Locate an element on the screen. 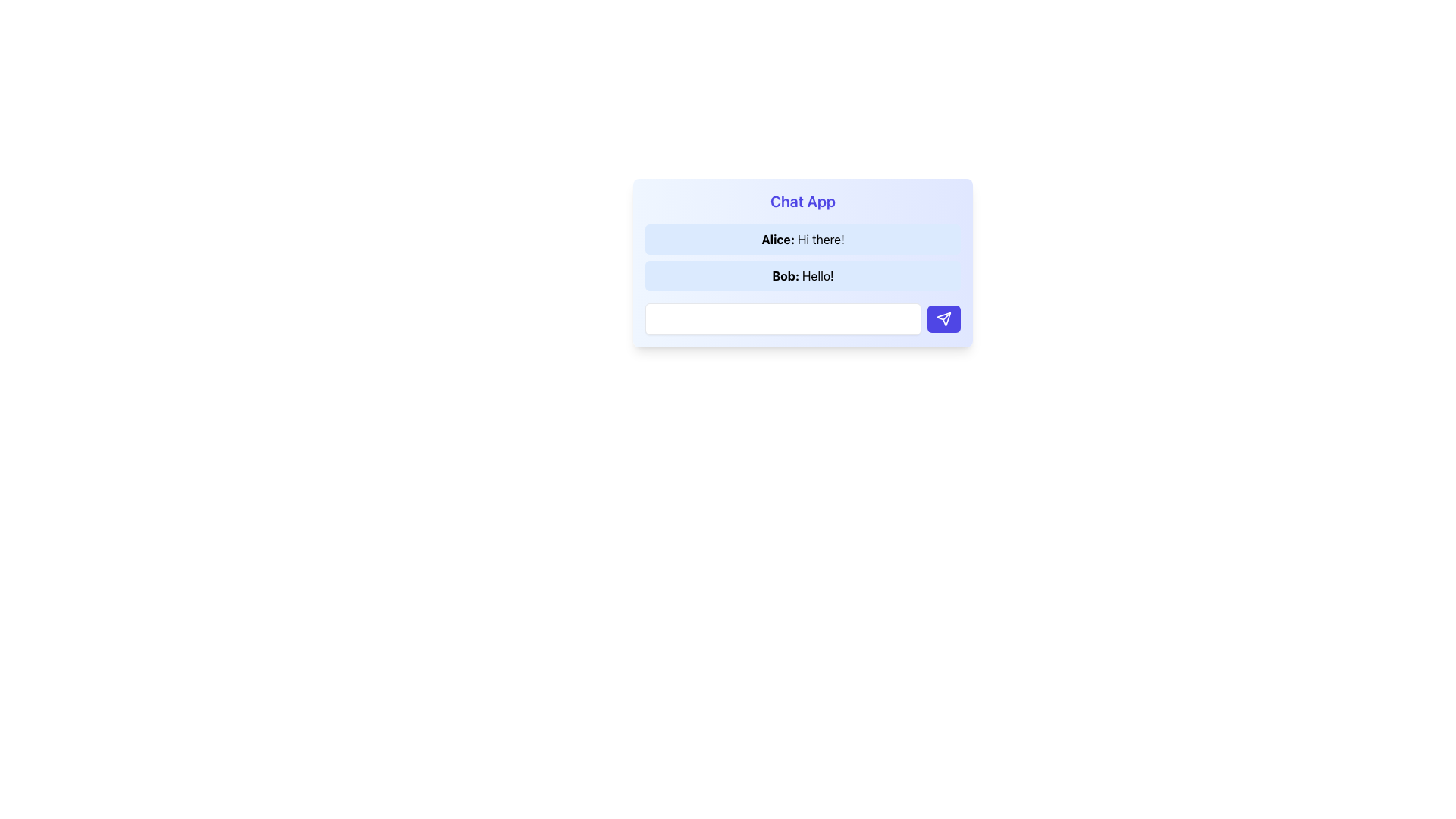  the static text label that serves as the header for the chat application, located at the top of the dialog box is located at coordinates (802, 201).